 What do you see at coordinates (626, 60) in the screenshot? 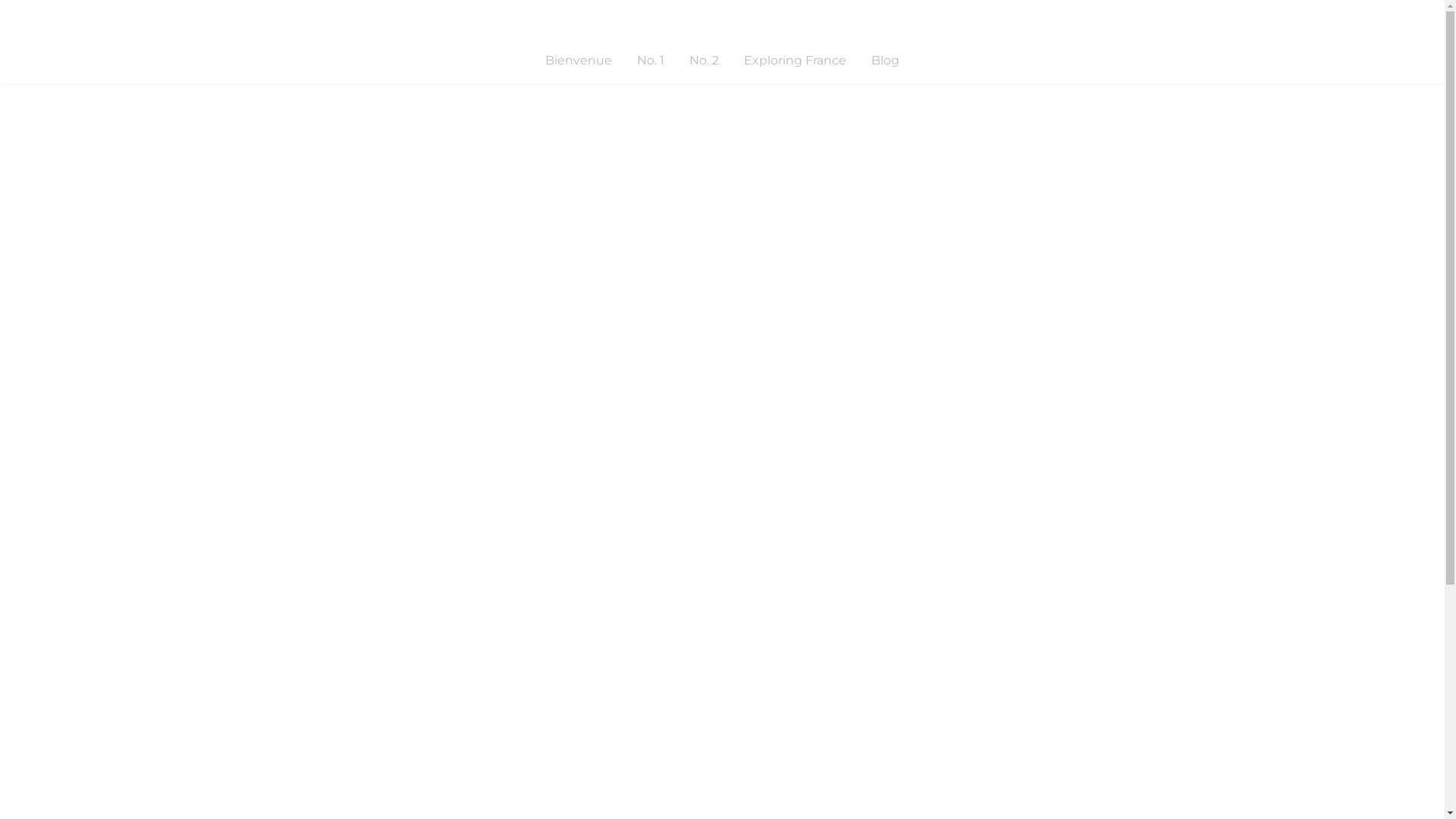
I see `'No. 1'` at bounding box center [626, 60].